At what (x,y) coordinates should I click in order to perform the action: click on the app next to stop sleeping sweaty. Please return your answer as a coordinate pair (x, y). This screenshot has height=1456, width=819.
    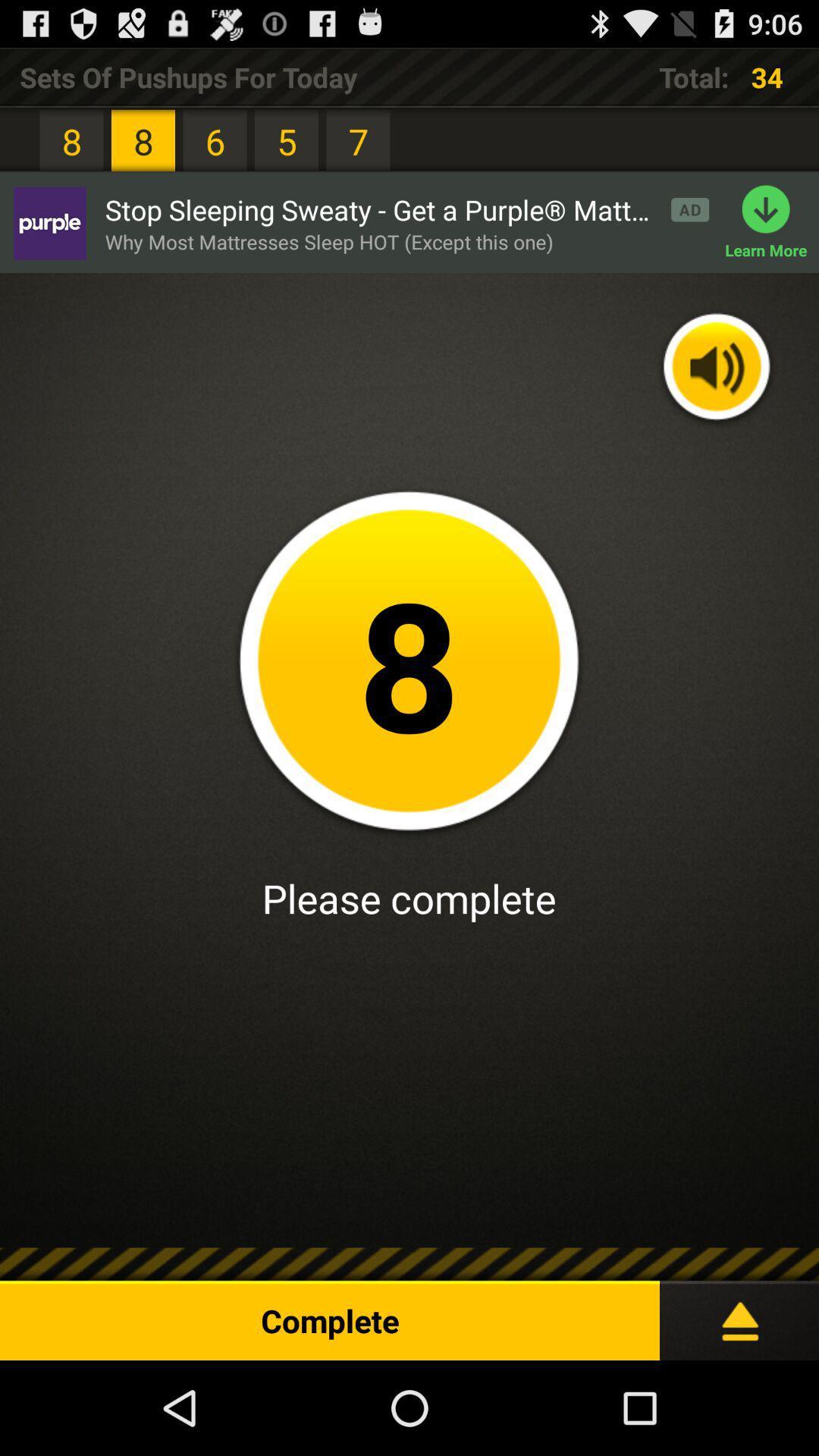
    Looking at the image, I should click on (772, 222).